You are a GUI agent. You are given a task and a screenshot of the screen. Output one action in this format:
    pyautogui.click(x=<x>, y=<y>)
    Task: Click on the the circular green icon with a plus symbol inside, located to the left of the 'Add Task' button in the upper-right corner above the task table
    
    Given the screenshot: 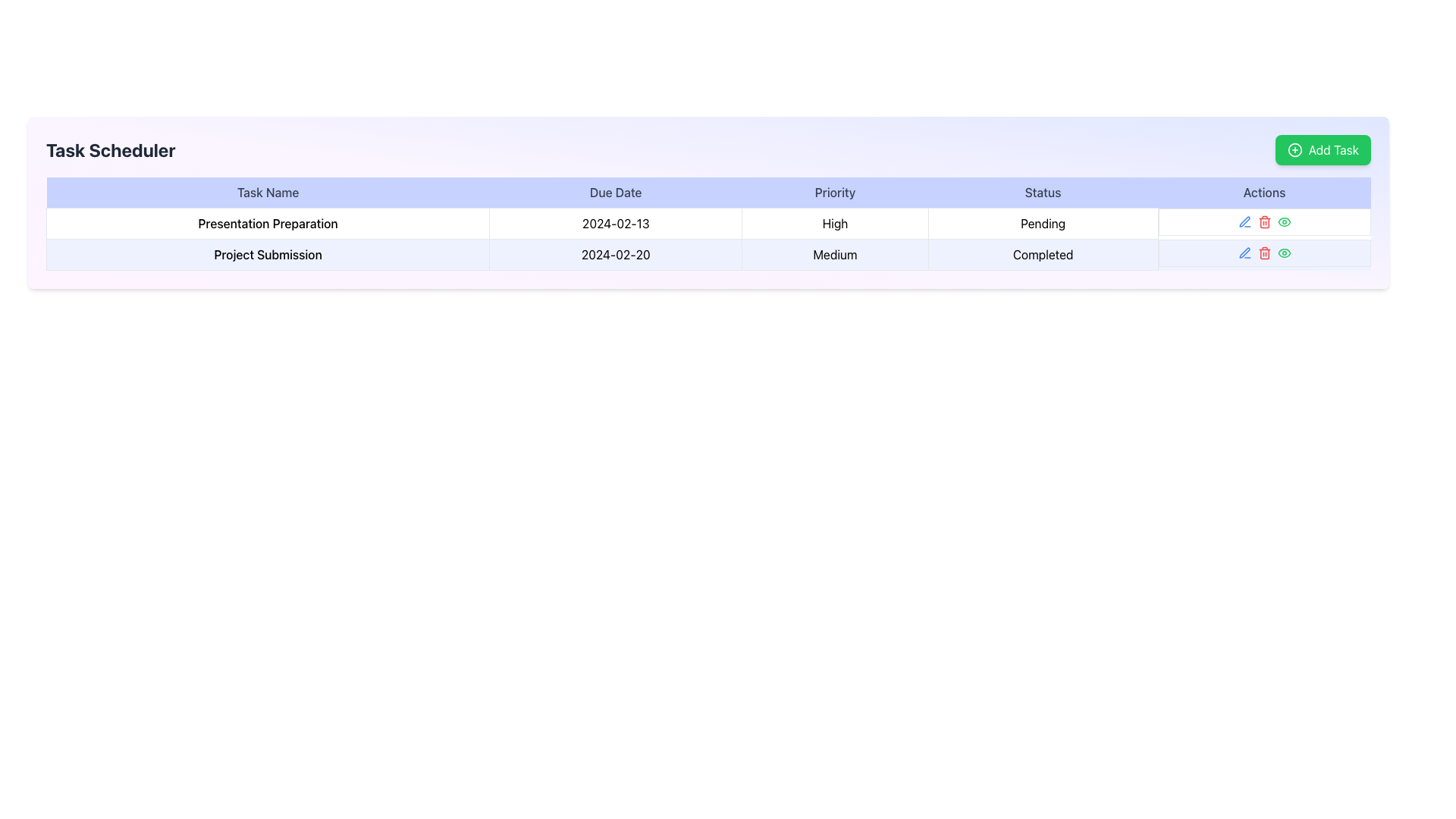 What is the action you would take?
    pyautogui.click(x=1294, y=149)
    